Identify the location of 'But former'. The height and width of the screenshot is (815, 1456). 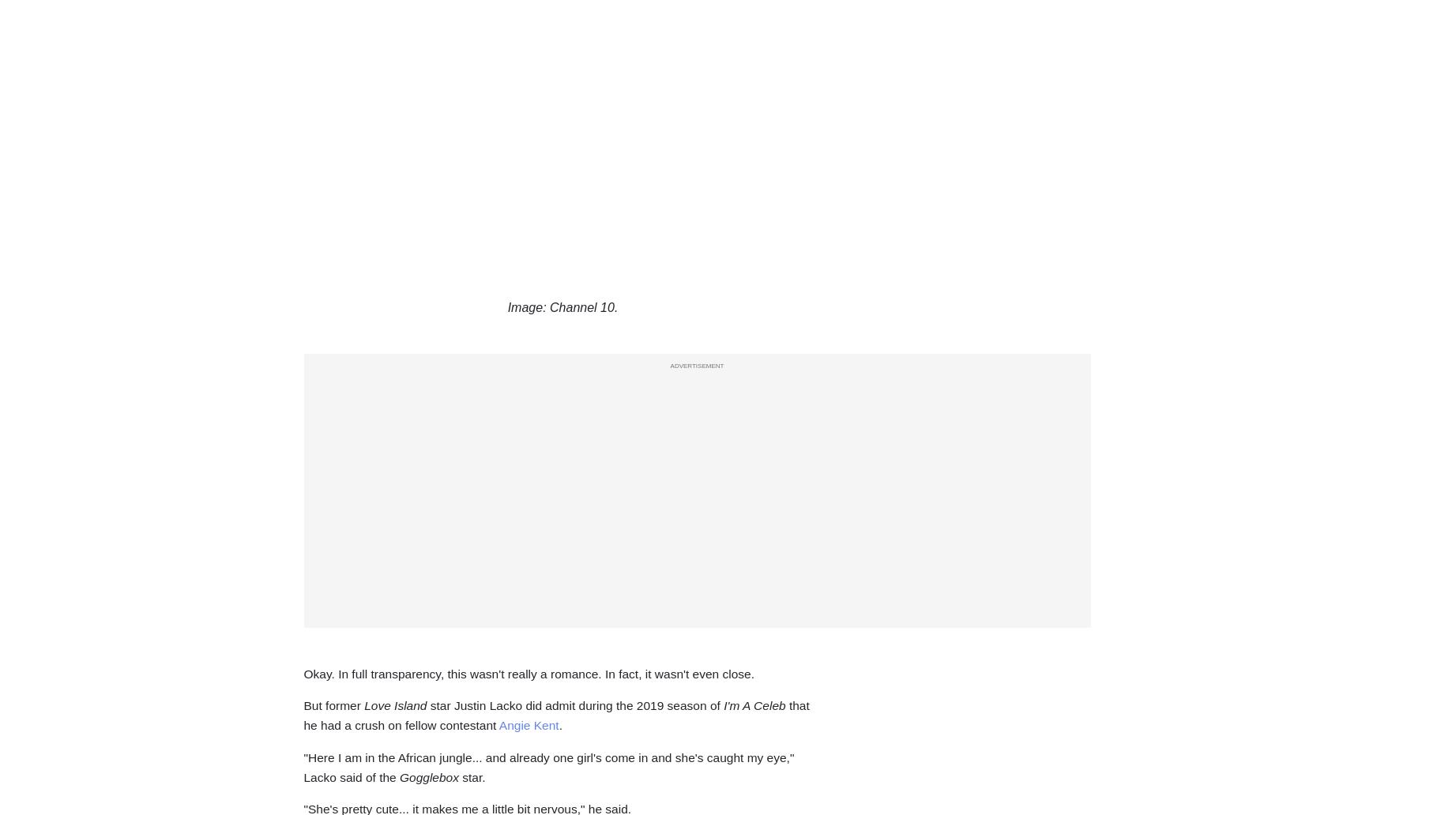
(333, 705).